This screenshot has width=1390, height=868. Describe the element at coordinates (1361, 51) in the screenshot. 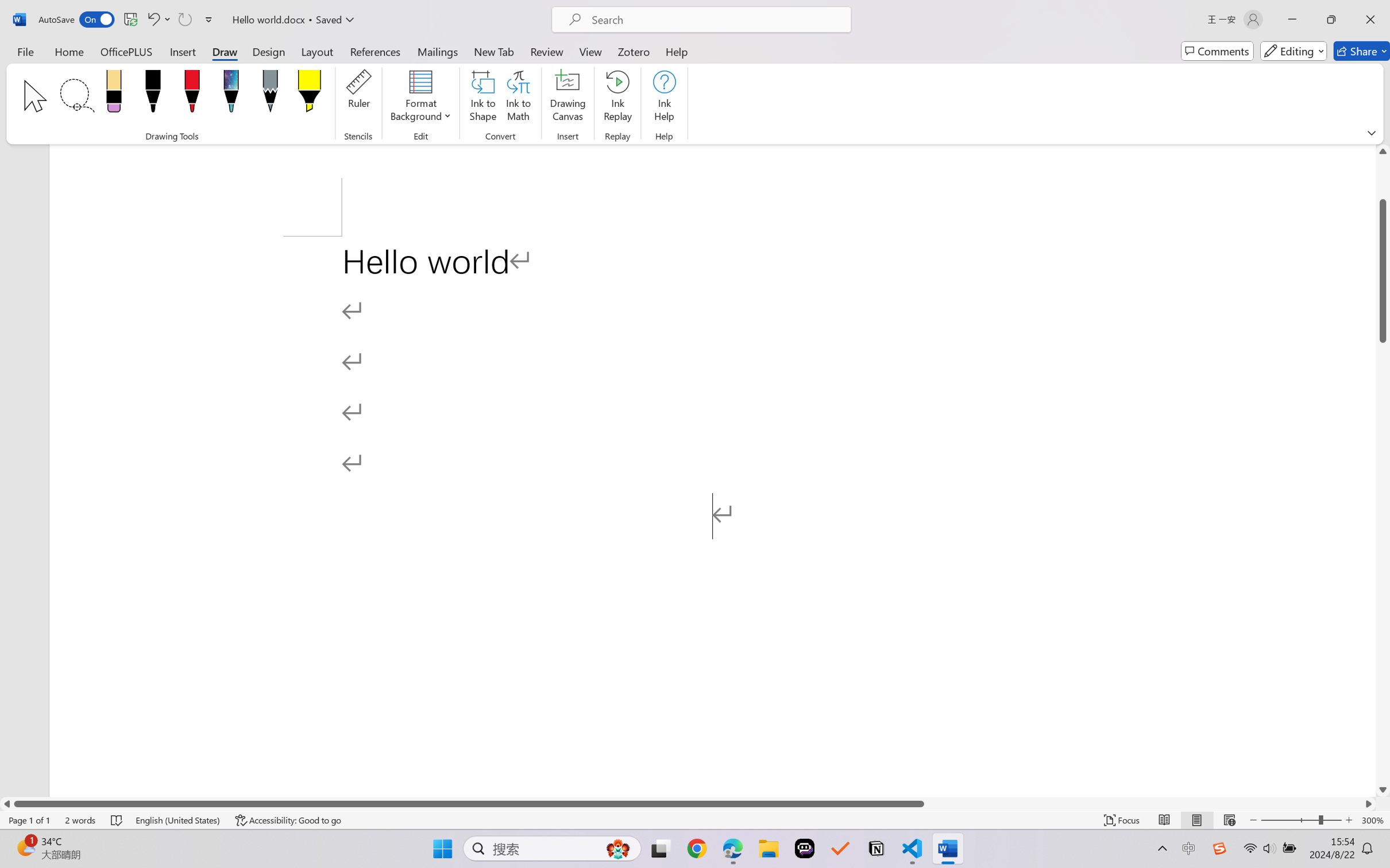

I see `'Share'` at that location.